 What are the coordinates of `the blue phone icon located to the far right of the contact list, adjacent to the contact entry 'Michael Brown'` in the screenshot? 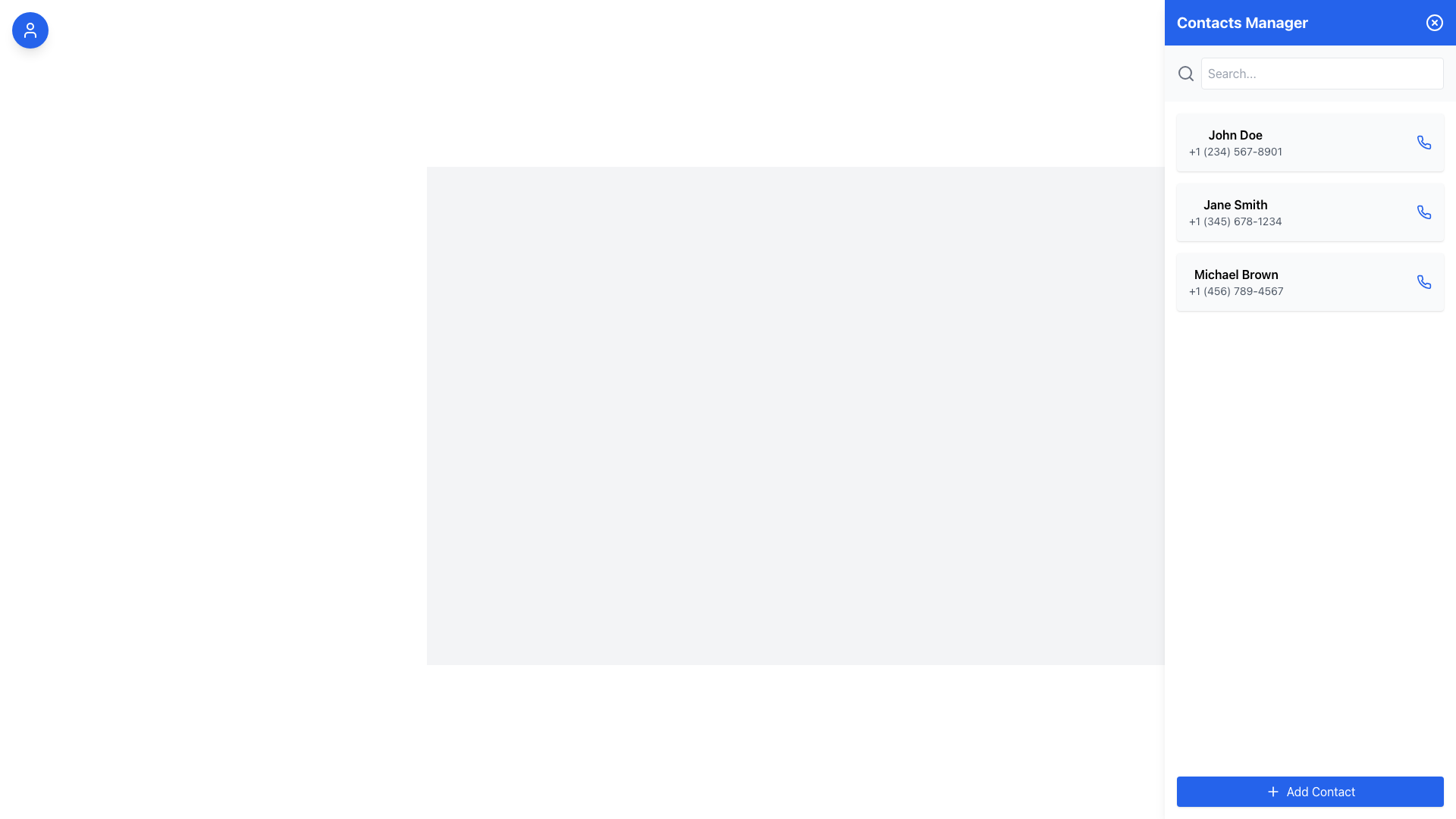 It's located at (1423, 212).